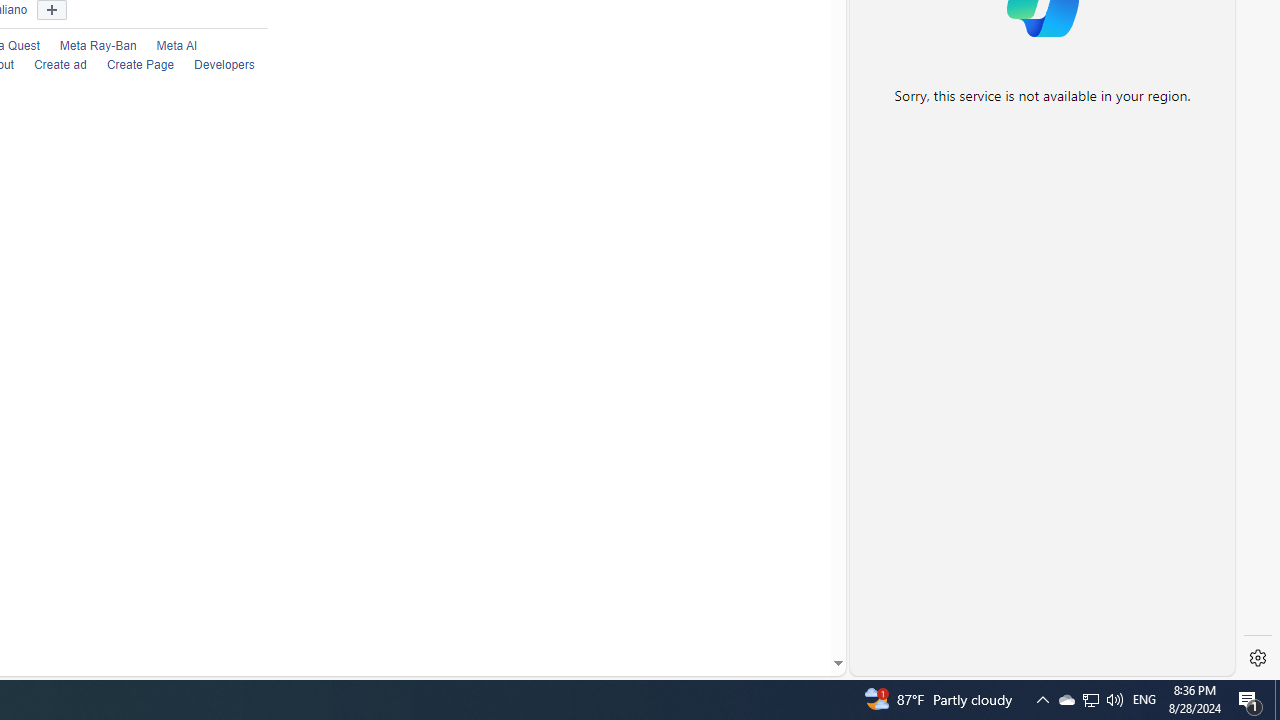  Describe the element at coordinates (129, 65) in the screenshot. I see `'Create Page'` at that location.